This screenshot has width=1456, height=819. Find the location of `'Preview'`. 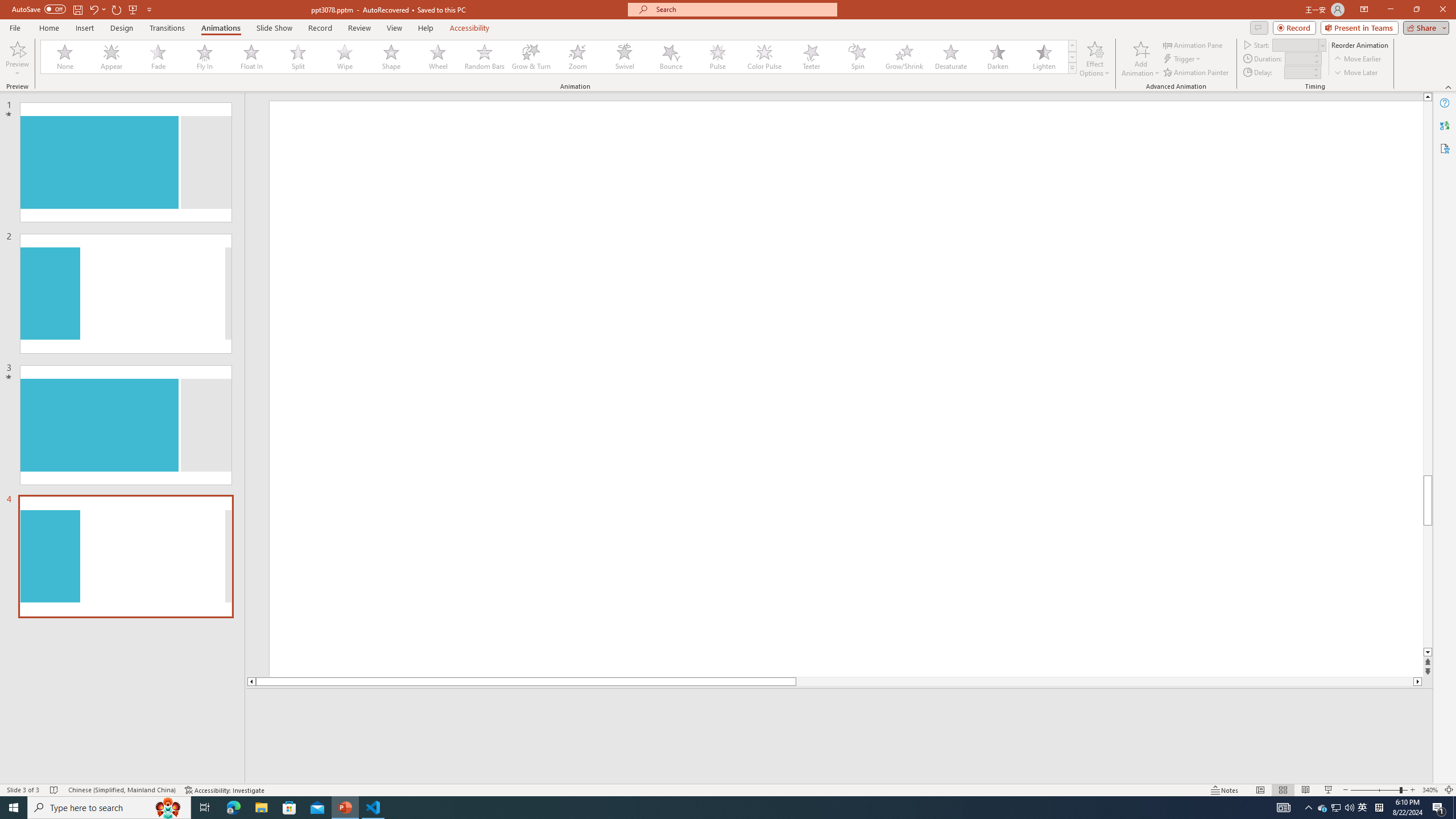

'Preview' is located at coordinates (16, 59).